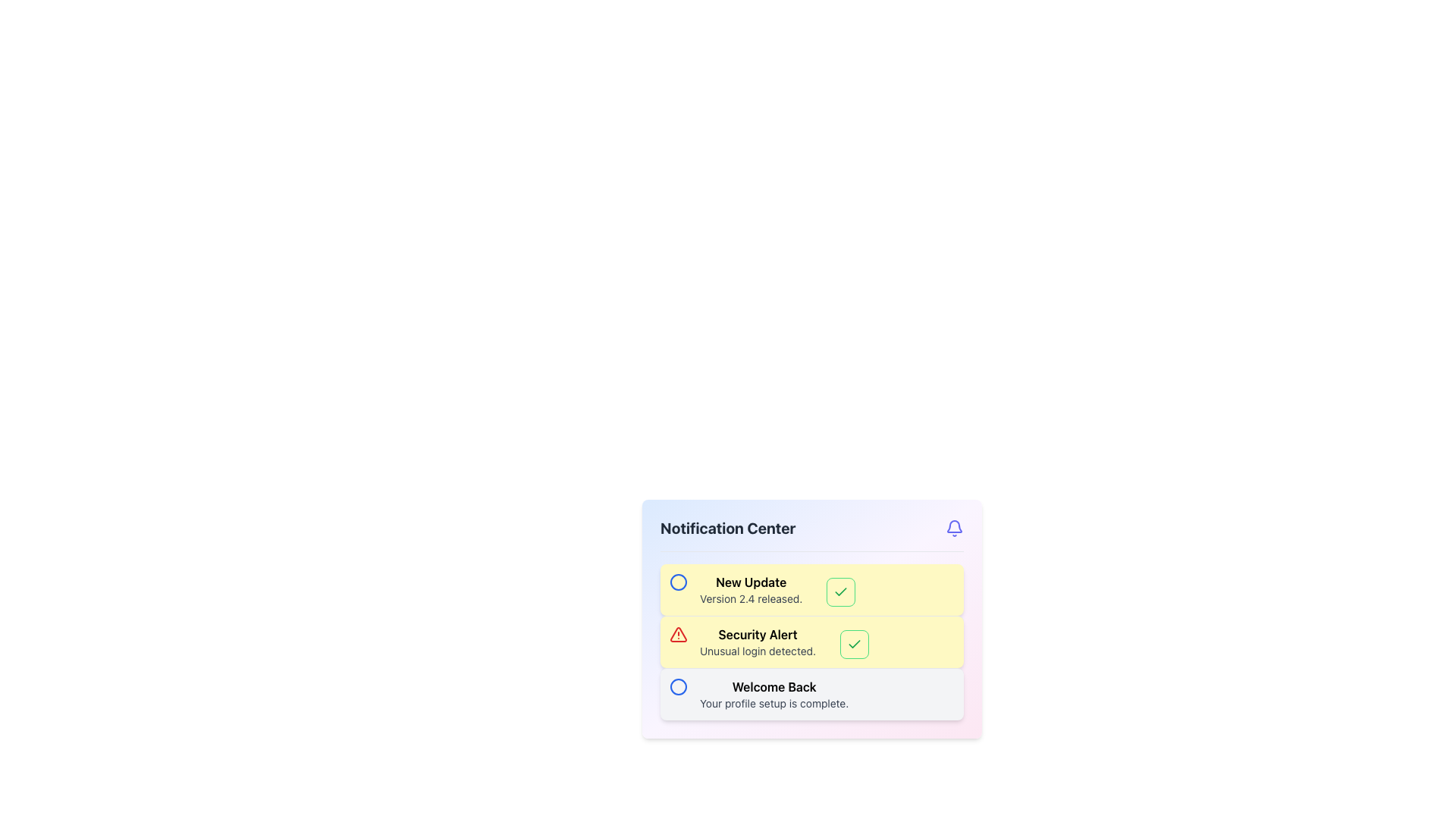  I want to click on the 'Security Alert' text block, which is a bold heading in a larger font size, located within the second notification box of the Notification Center, slightly above the 'Unusual login detected' text, so click(758, 635).